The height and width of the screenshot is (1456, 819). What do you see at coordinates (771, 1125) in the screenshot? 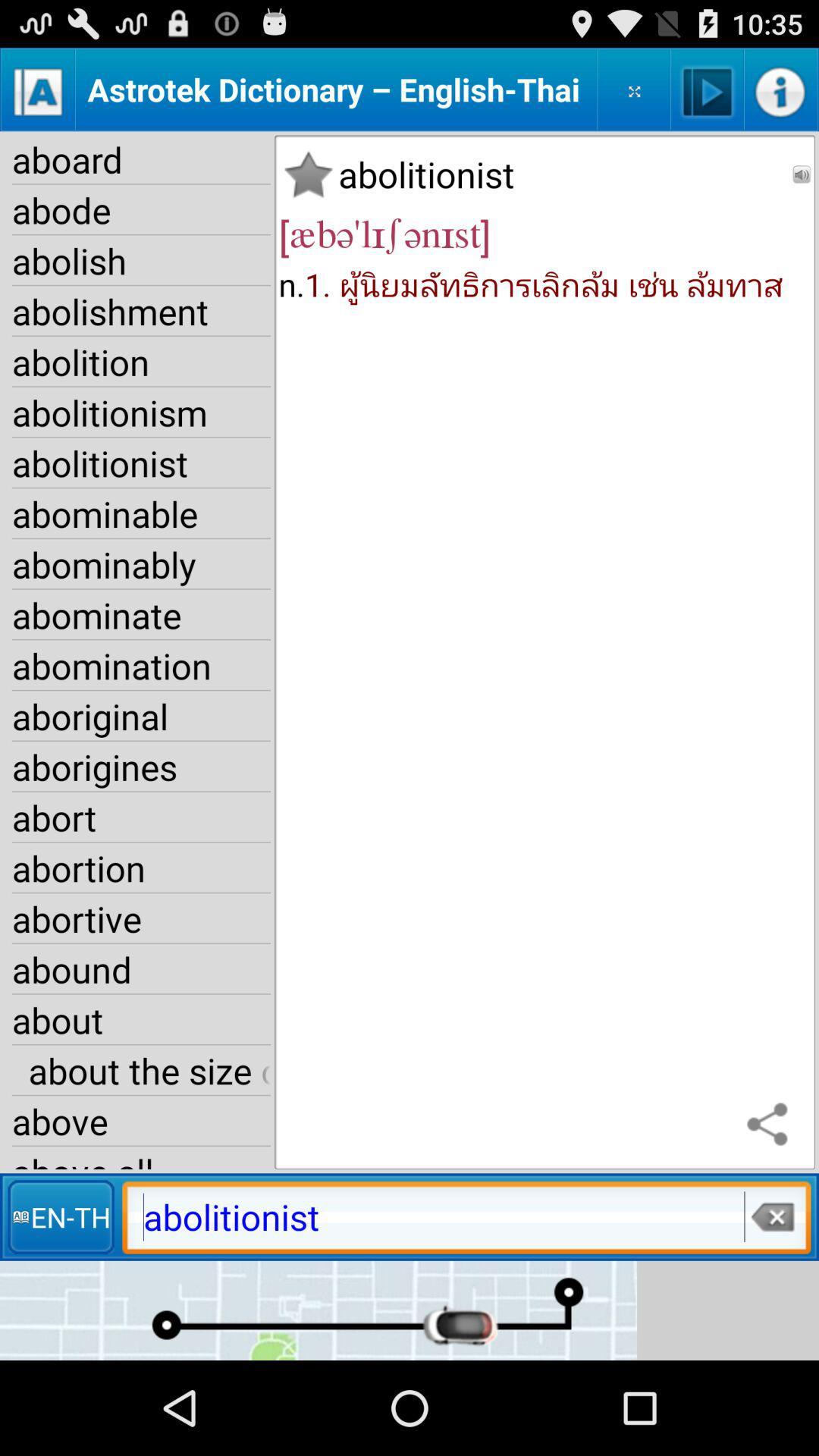
I see `the icon to the right of the about the size` at bounding box center [771, 1125].